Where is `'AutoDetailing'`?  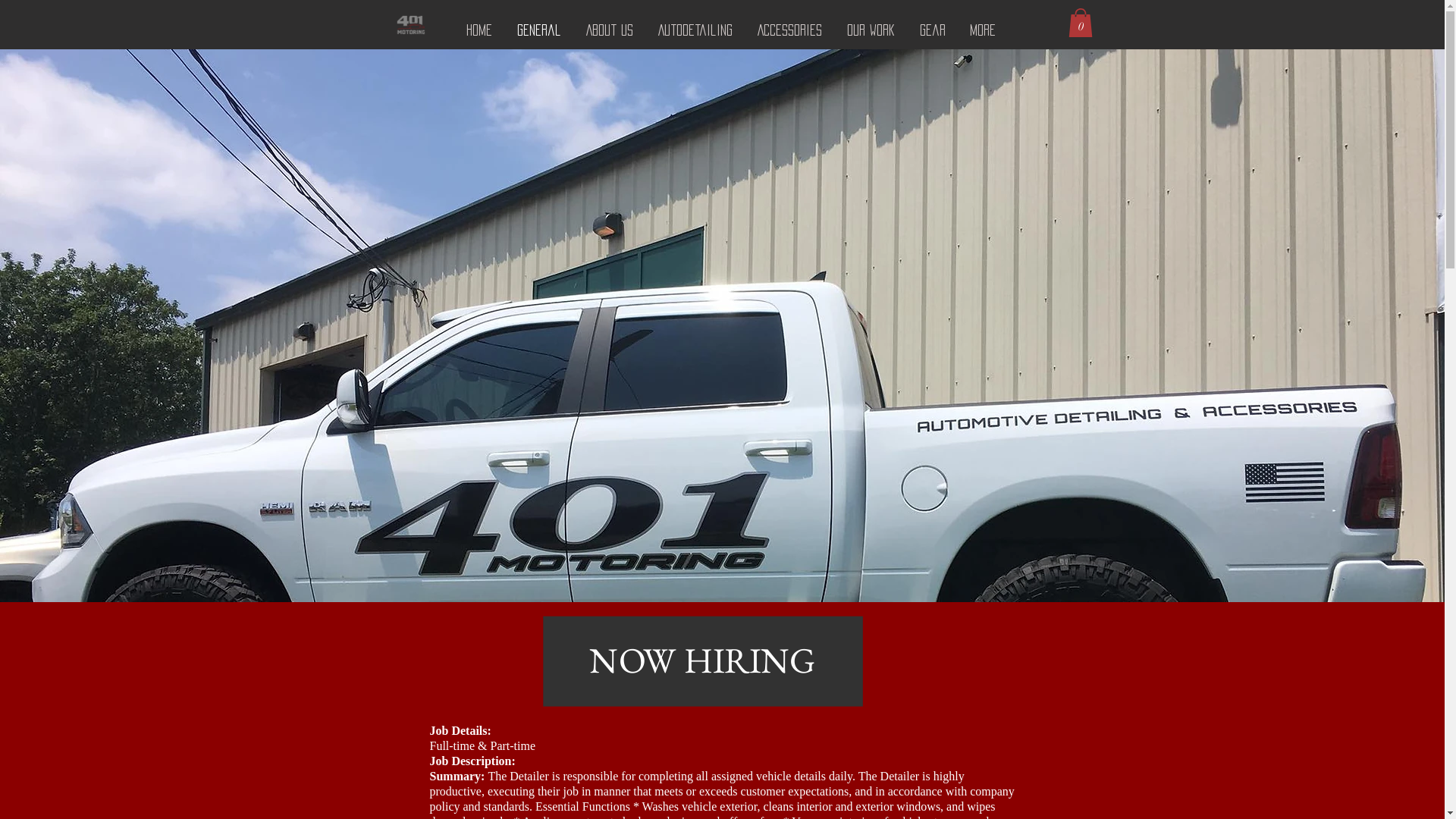
'AutoDetailing' is located at coordinates (695, 30).